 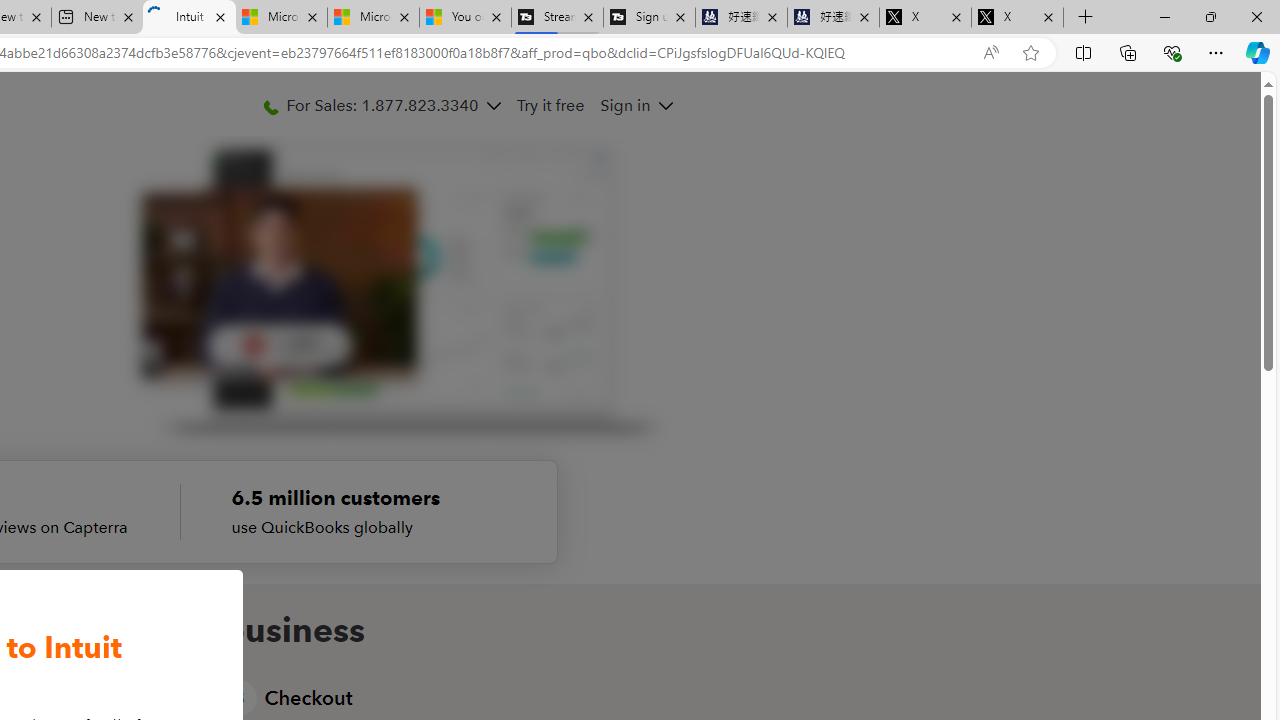 I want to click on 'Sign in', so click(x=635, y=105).